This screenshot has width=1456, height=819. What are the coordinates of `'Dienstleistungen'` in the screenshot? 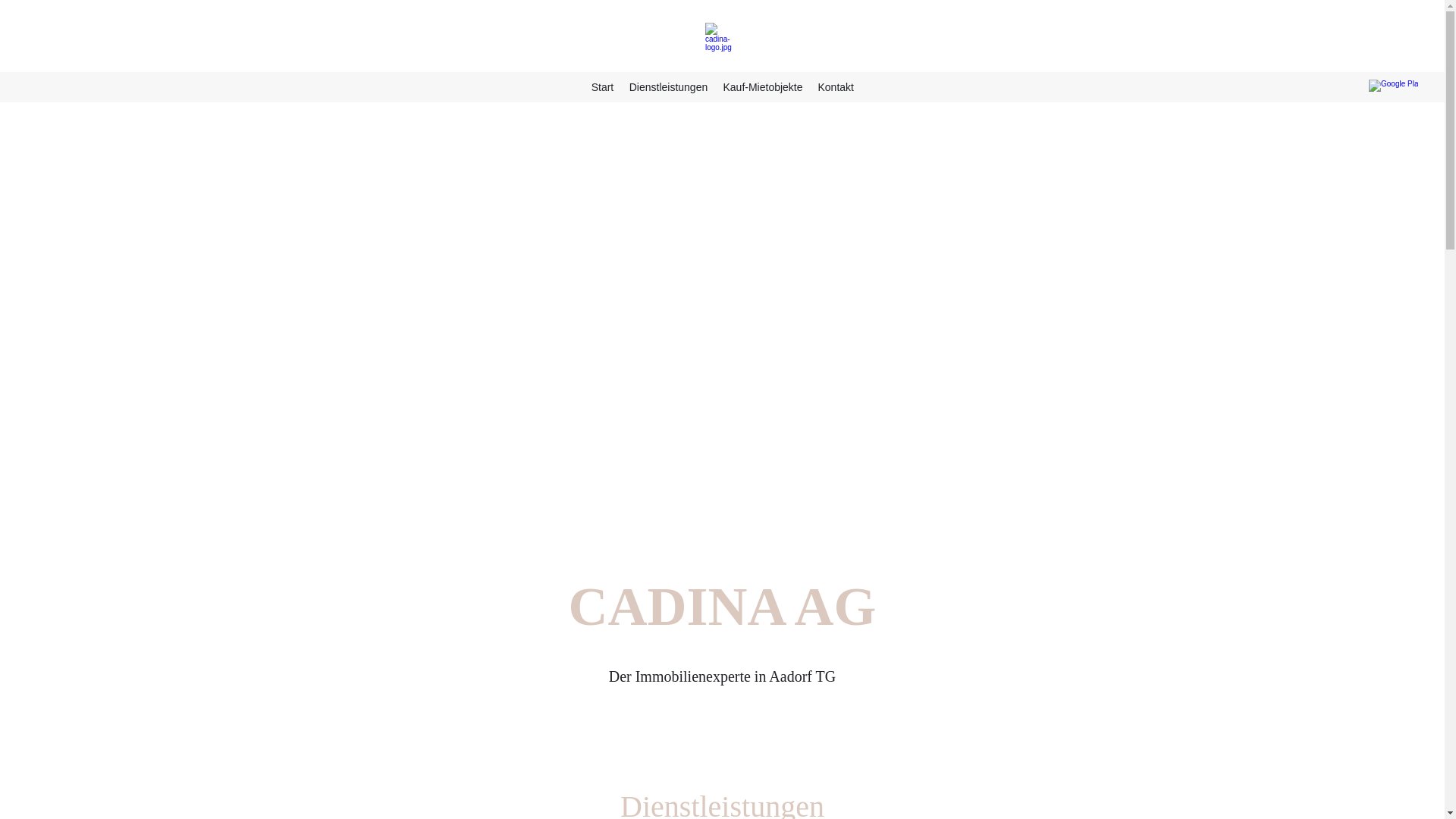 It's located at (621, 87).